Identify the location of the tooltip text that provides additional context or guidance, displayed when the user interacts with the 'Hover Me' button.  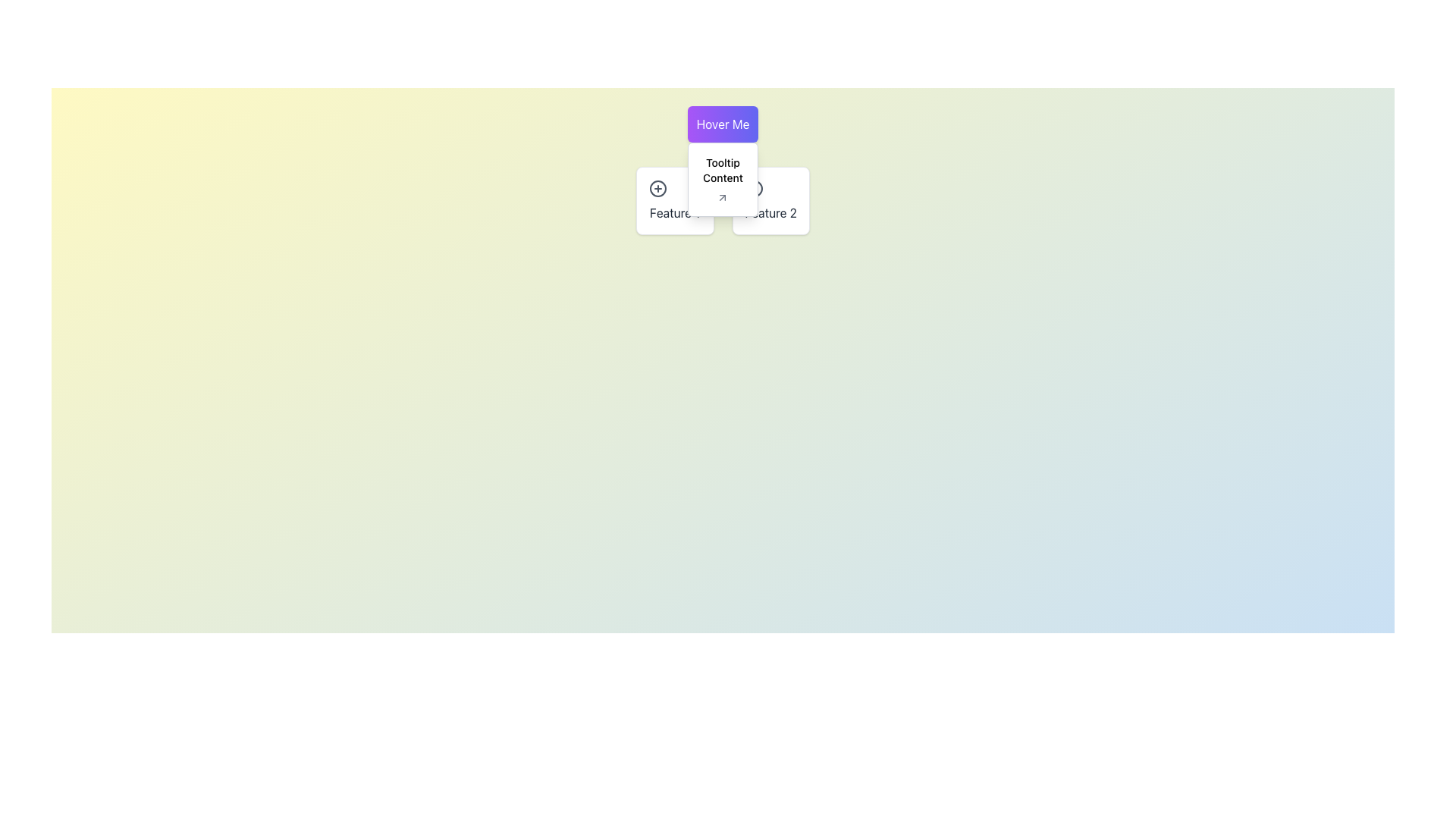
(722, 170).